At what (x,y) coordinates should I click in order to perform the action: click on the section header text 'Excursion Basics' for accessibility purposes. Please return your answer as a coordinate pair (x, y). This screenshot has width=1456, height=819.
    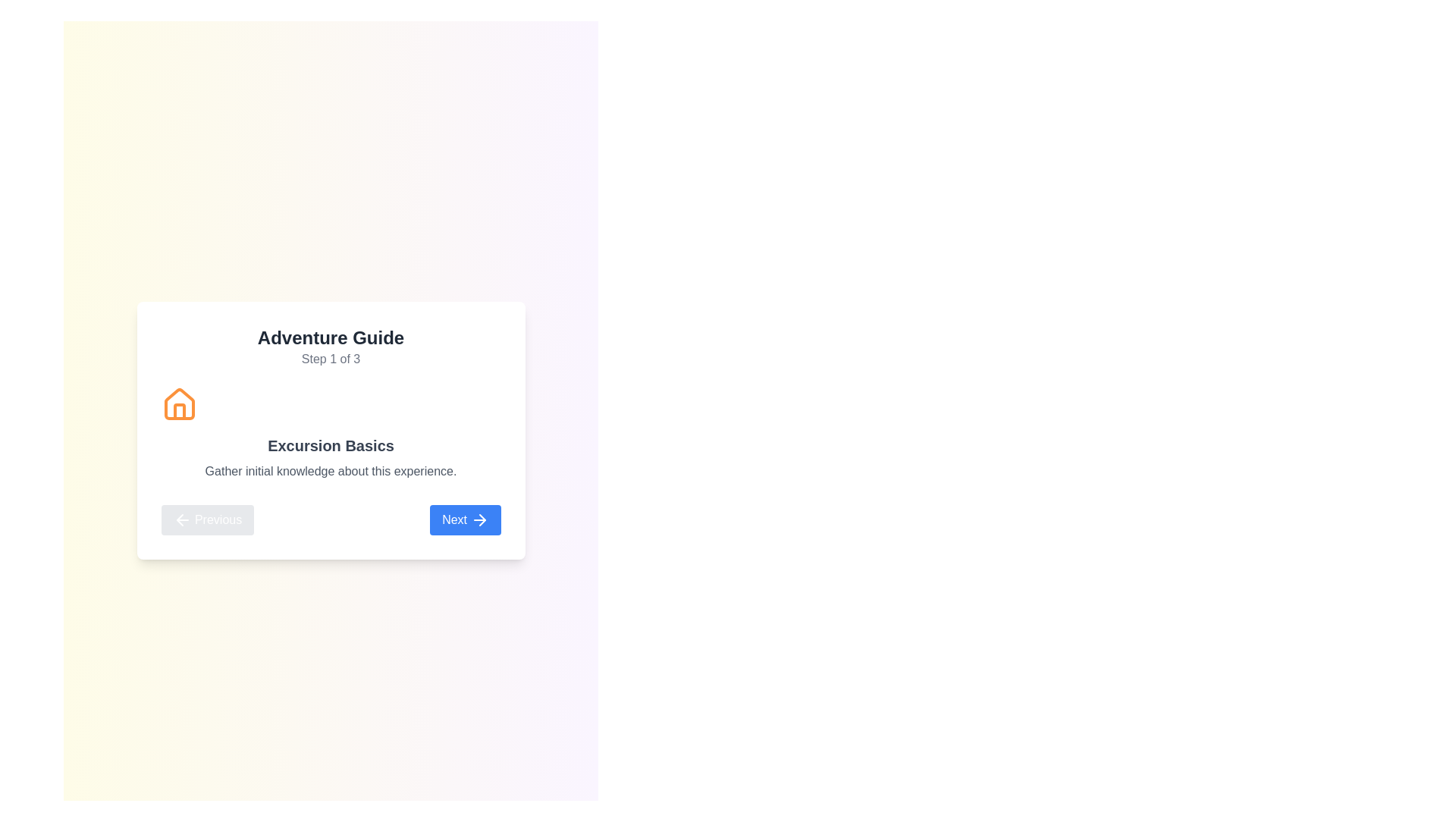
    Looking at the image, I should click on (330, 444).